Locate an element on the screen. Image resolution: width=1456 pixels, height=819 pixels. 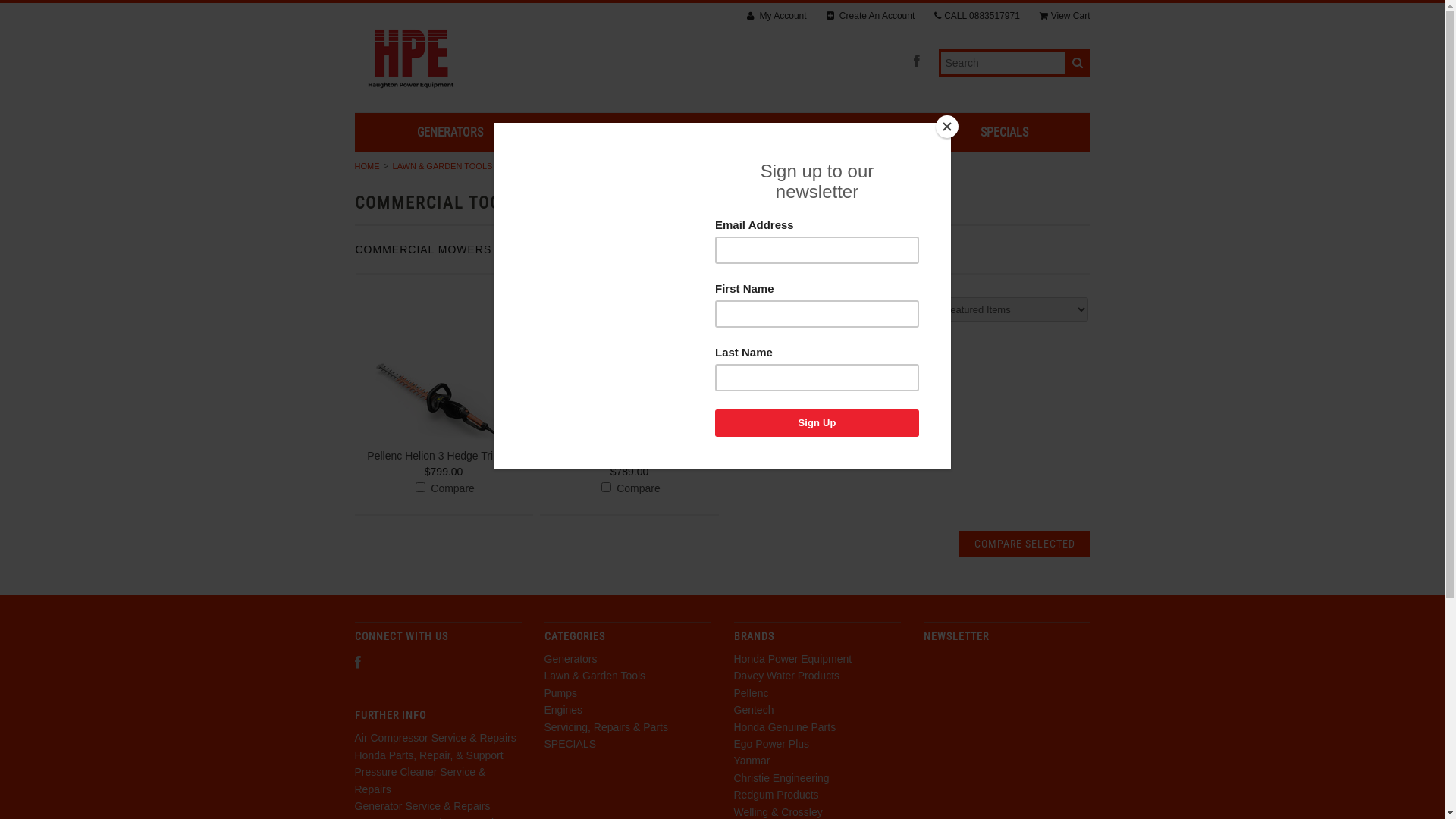
'Pellenc Helion 2 Hedge Trimmer' is located at coordinates (629, 455).